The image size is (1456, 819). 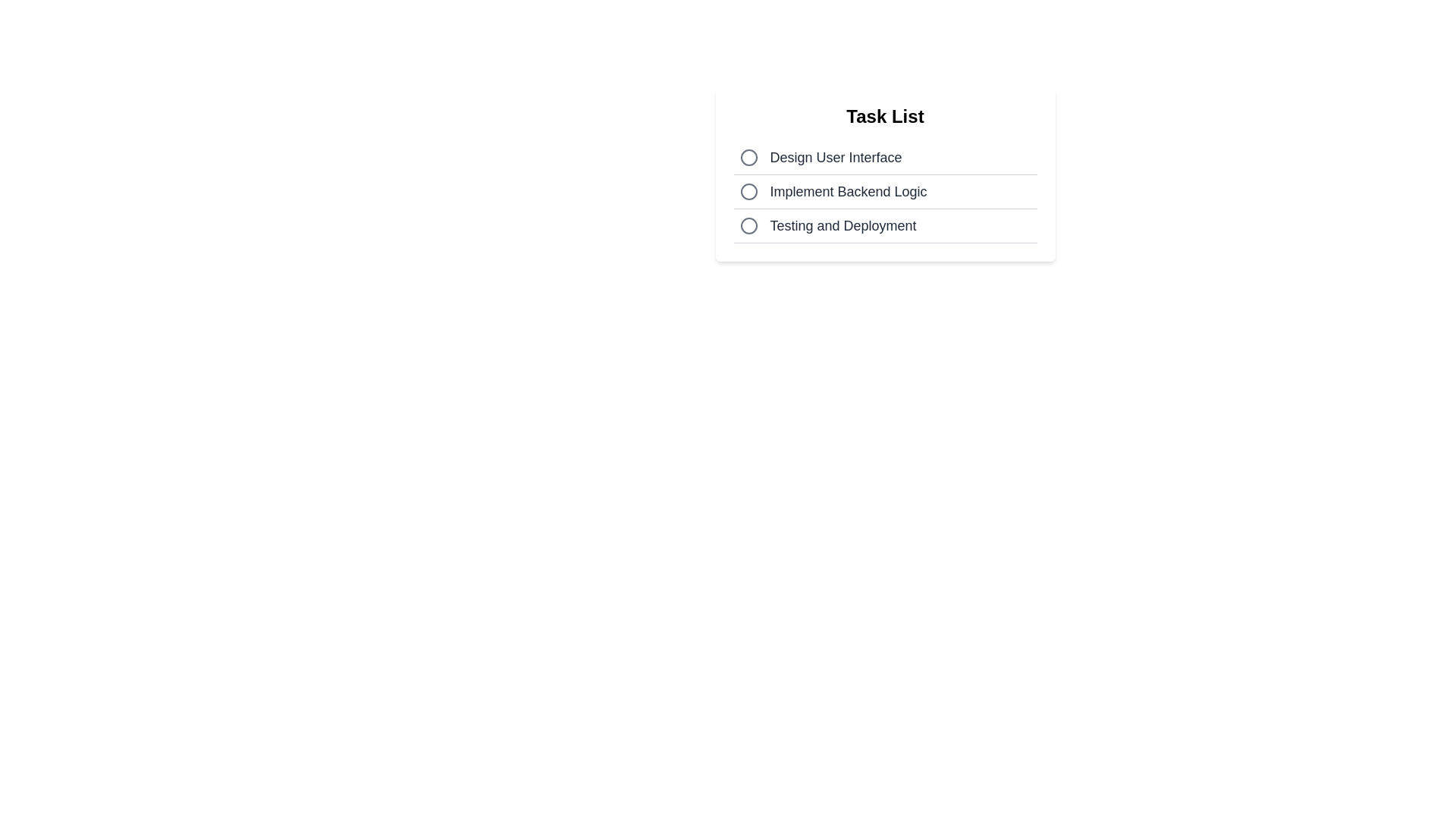 I want to click on the static label representing a specific task in the task list, located in the second row and to the right of a round checkbox, so click(x=847, y=191).